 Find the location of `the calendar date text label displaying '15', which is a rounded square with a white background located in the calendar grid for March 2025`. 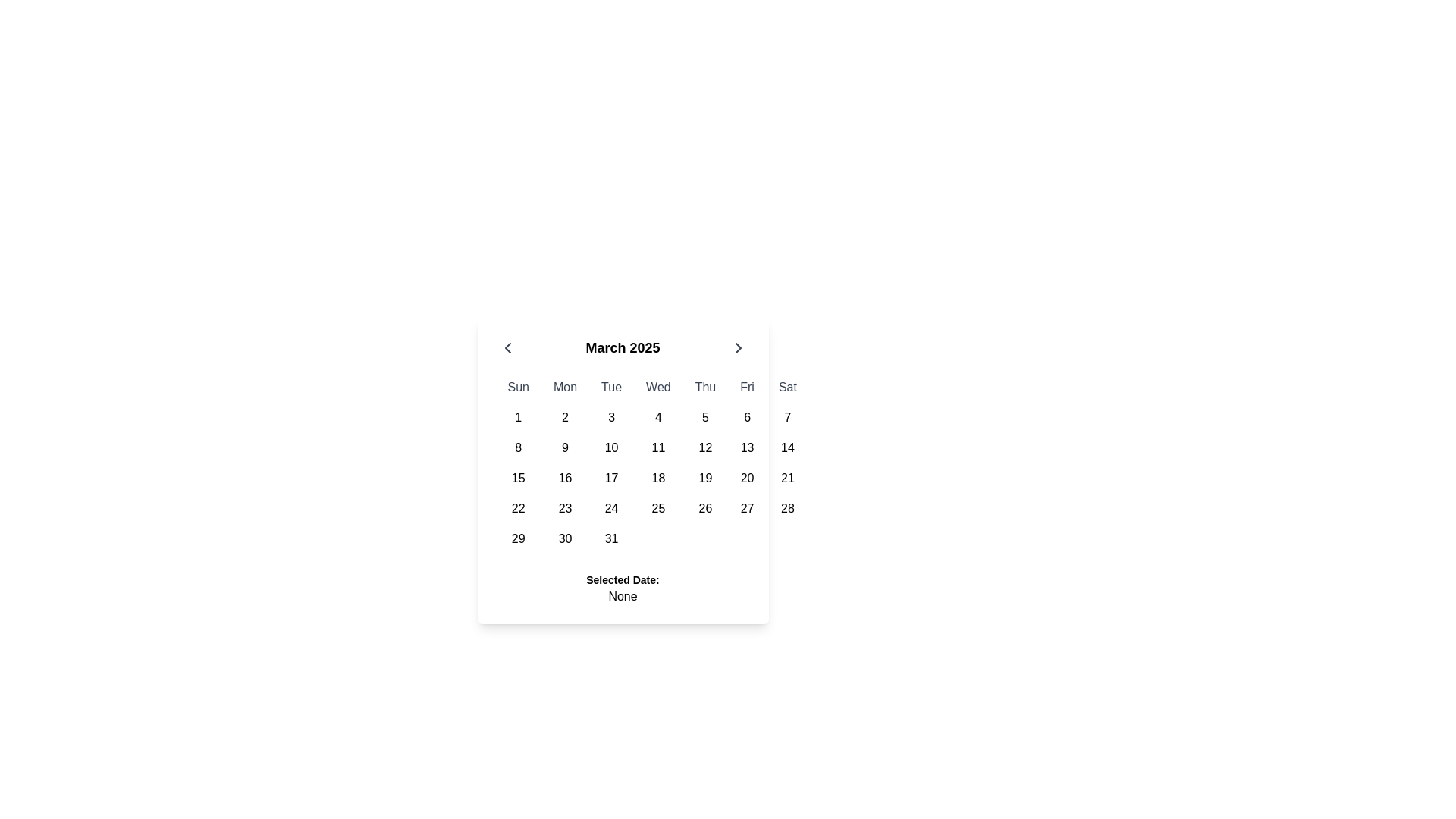

the calendar date text label displaying '15', which is a rounded square with a white background located in the calendar grid for March 2025 is located at coordinates (518, 479).